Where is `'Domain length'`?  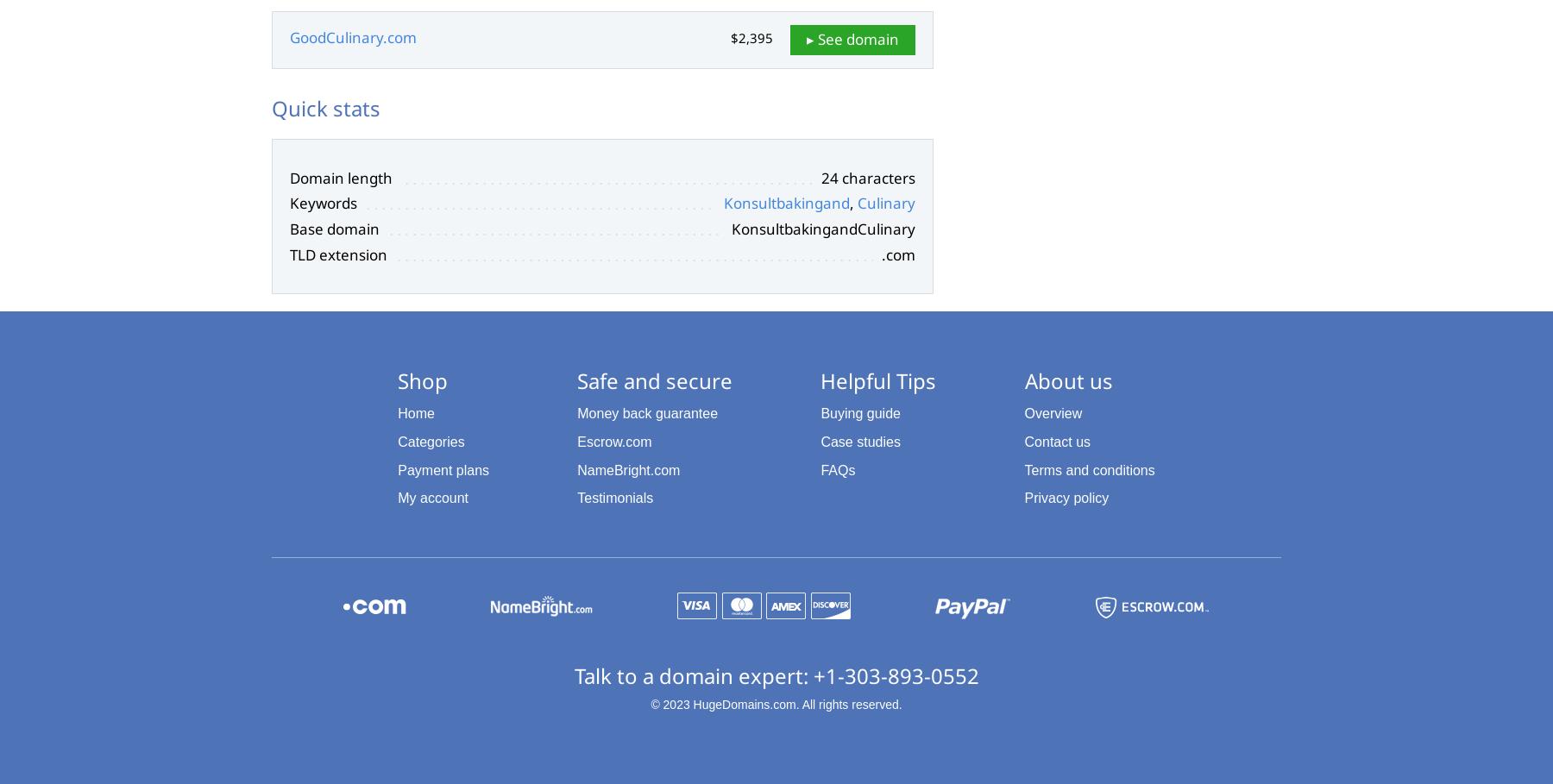 'Domain length' is located at coordinates (289, 177).